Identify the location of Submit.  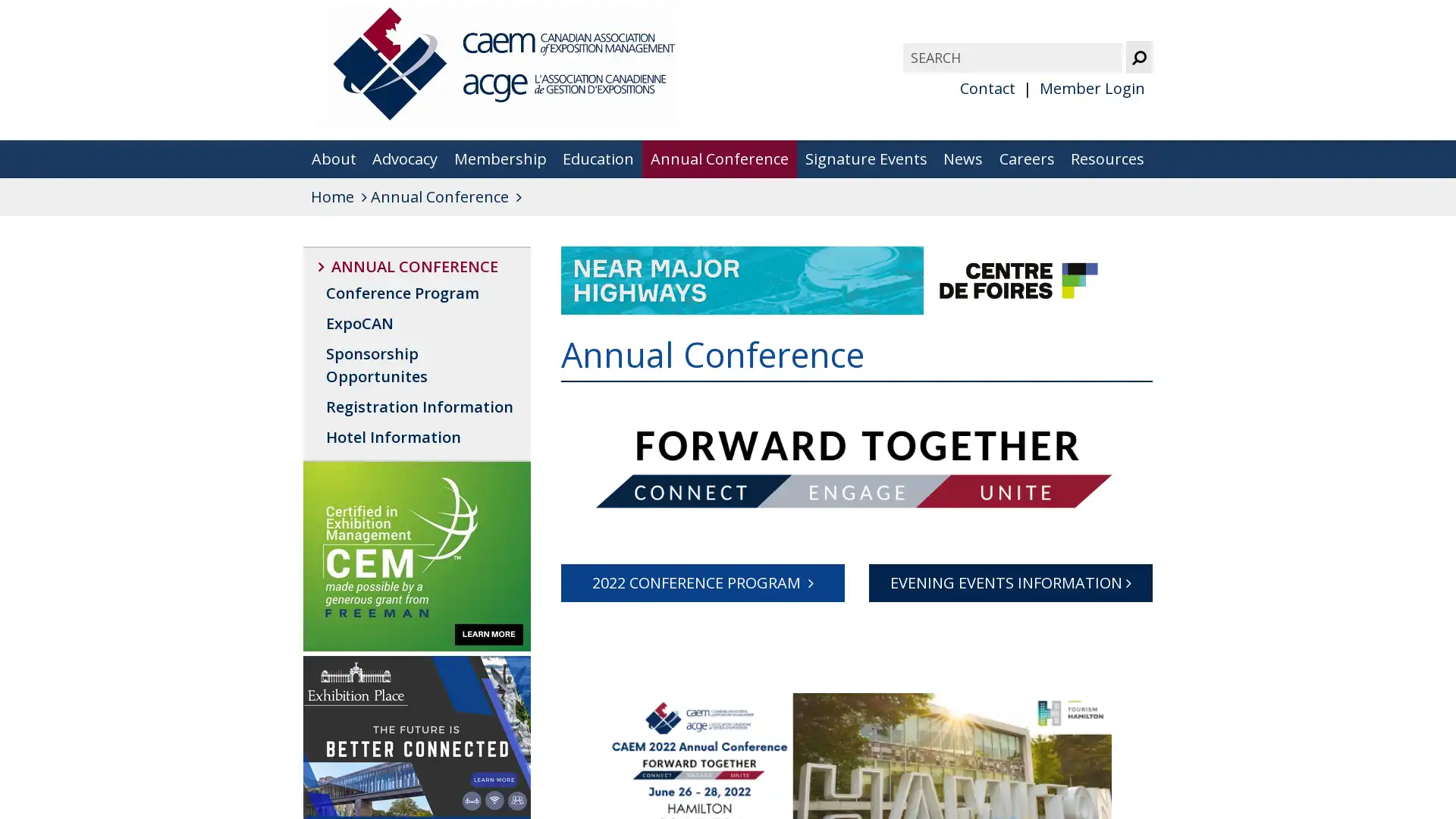
(1139, 55).